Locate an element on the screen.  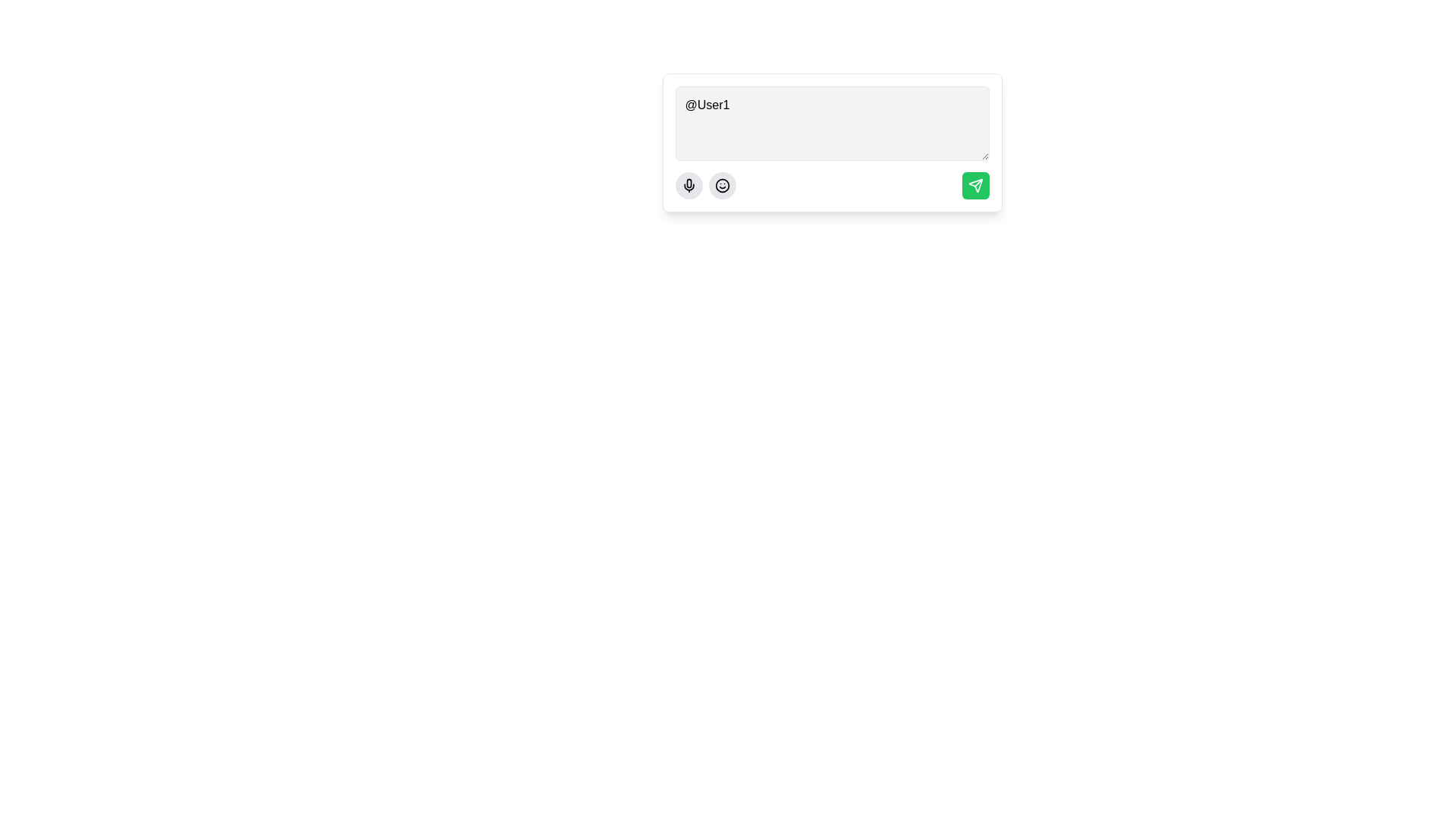
the circular button with a gray background and a smiley face icon is located at coordinates (721, 185).